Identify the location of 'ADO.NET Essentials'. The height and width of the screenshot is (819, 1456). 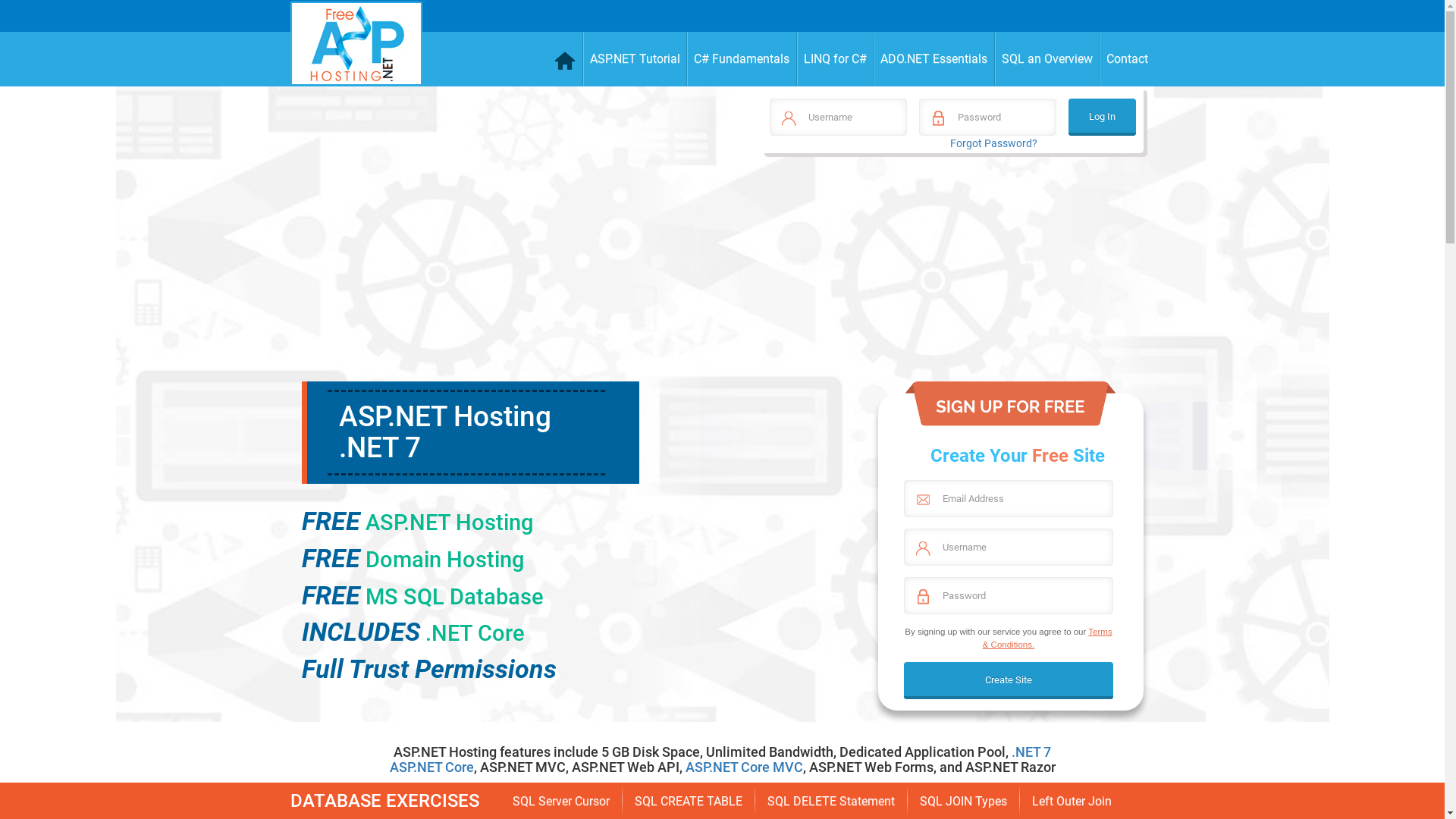
(874, 58).